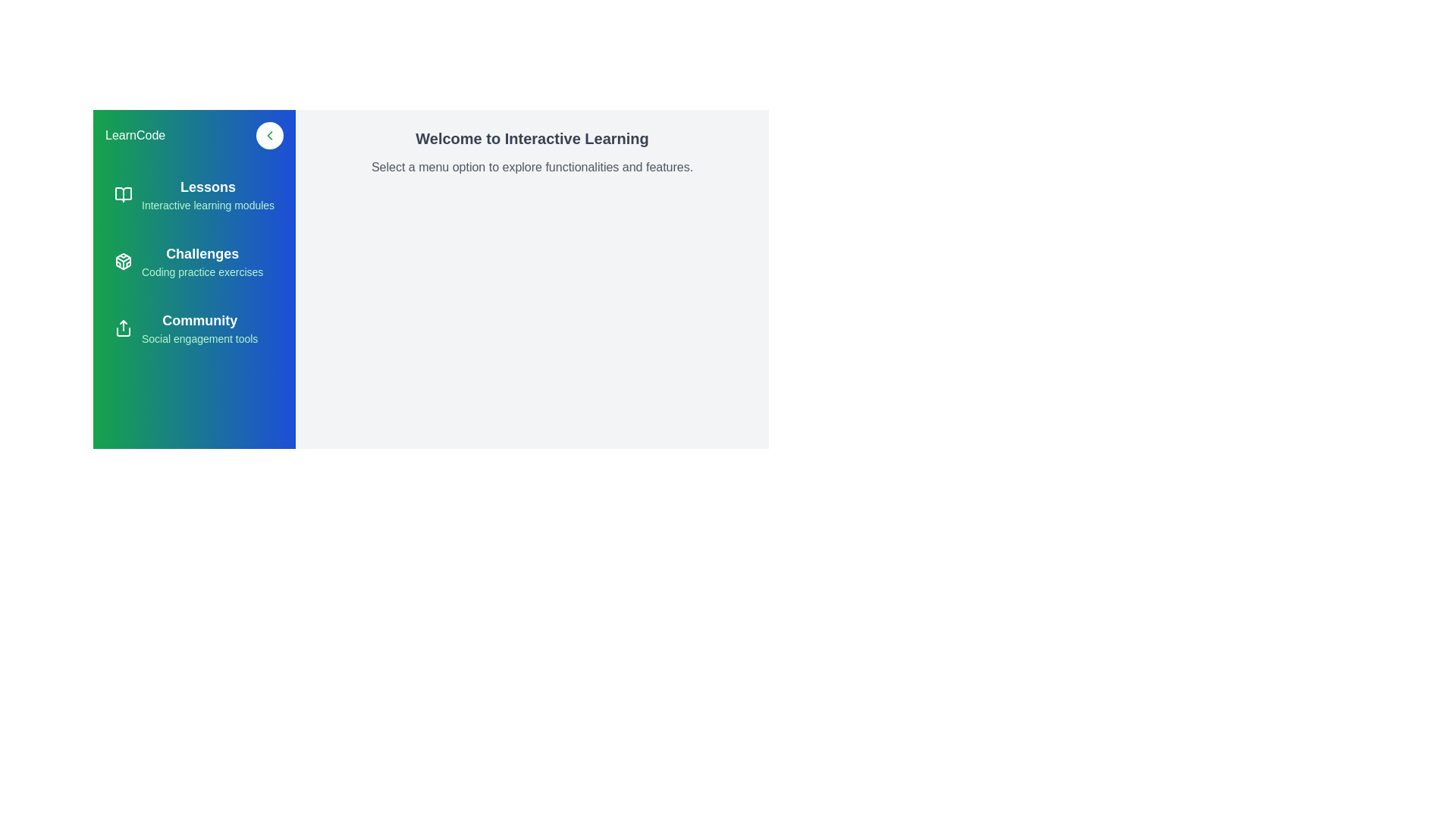  What do you see at coordinates (269, 134) in the screenshot?
I see `chevron button to toggle the drawer` at bounding box center [269, 134].